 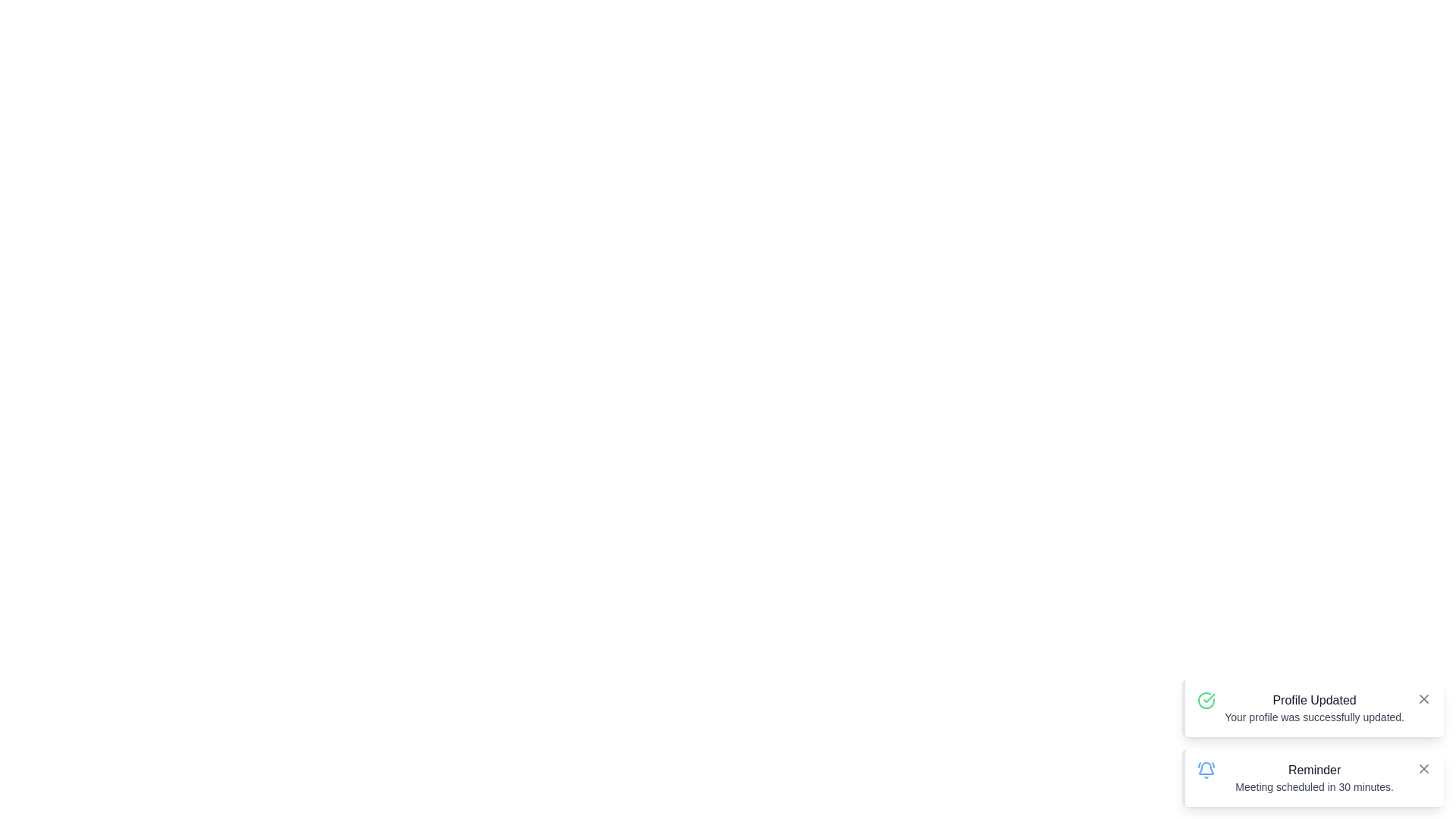 What do you see at coordinates (1206, 770) in the screenshot?
I see `the blue outlined bell-shaped icon located at the top-left corner of the 'Reminder' notification, adjacent to the label text` at bounding box center [1206, 770].